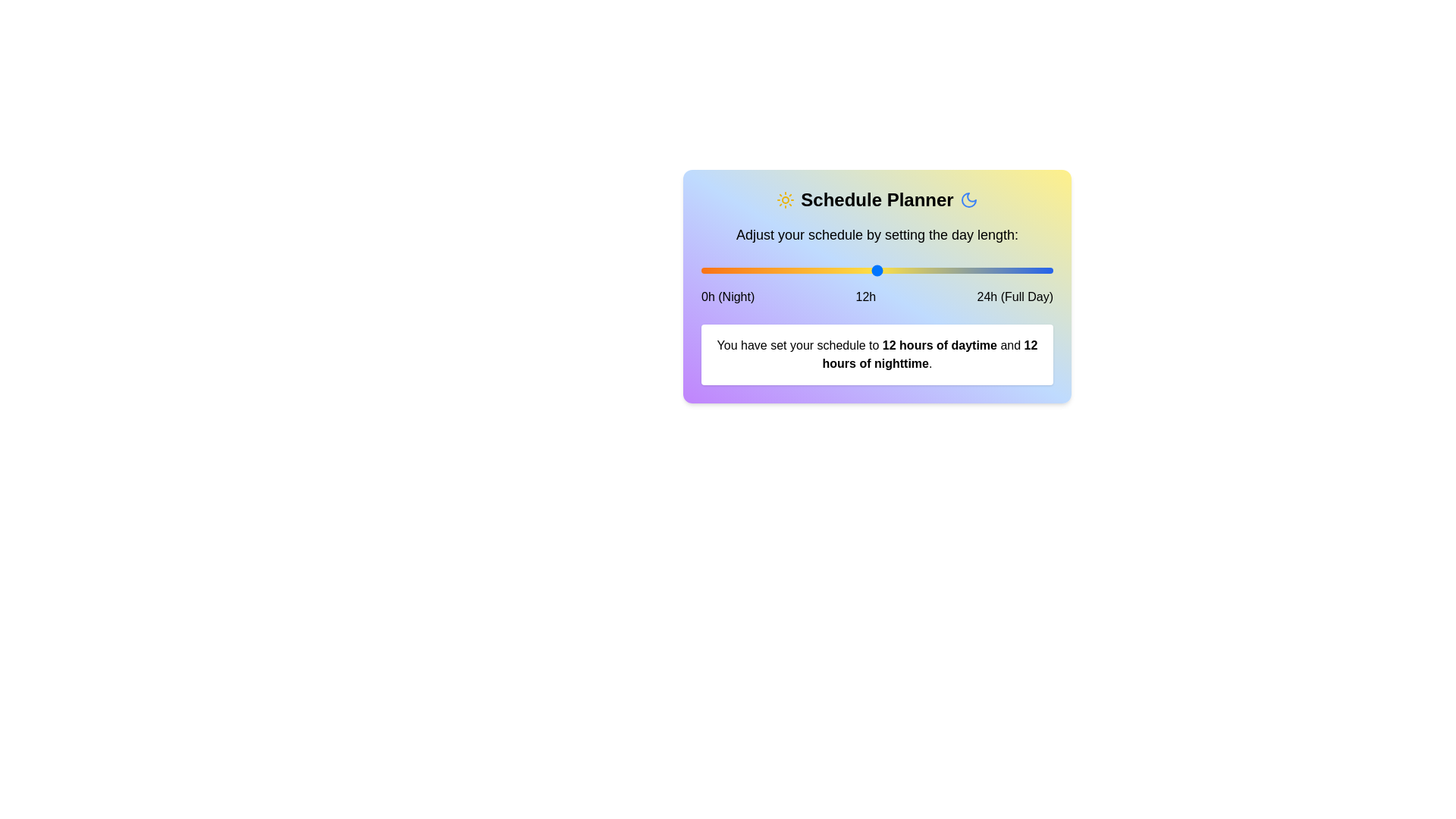  Describe the element at coordinates (949, 270) in the screenshot. I see `the slider to set daytime hours to 17` at that location.